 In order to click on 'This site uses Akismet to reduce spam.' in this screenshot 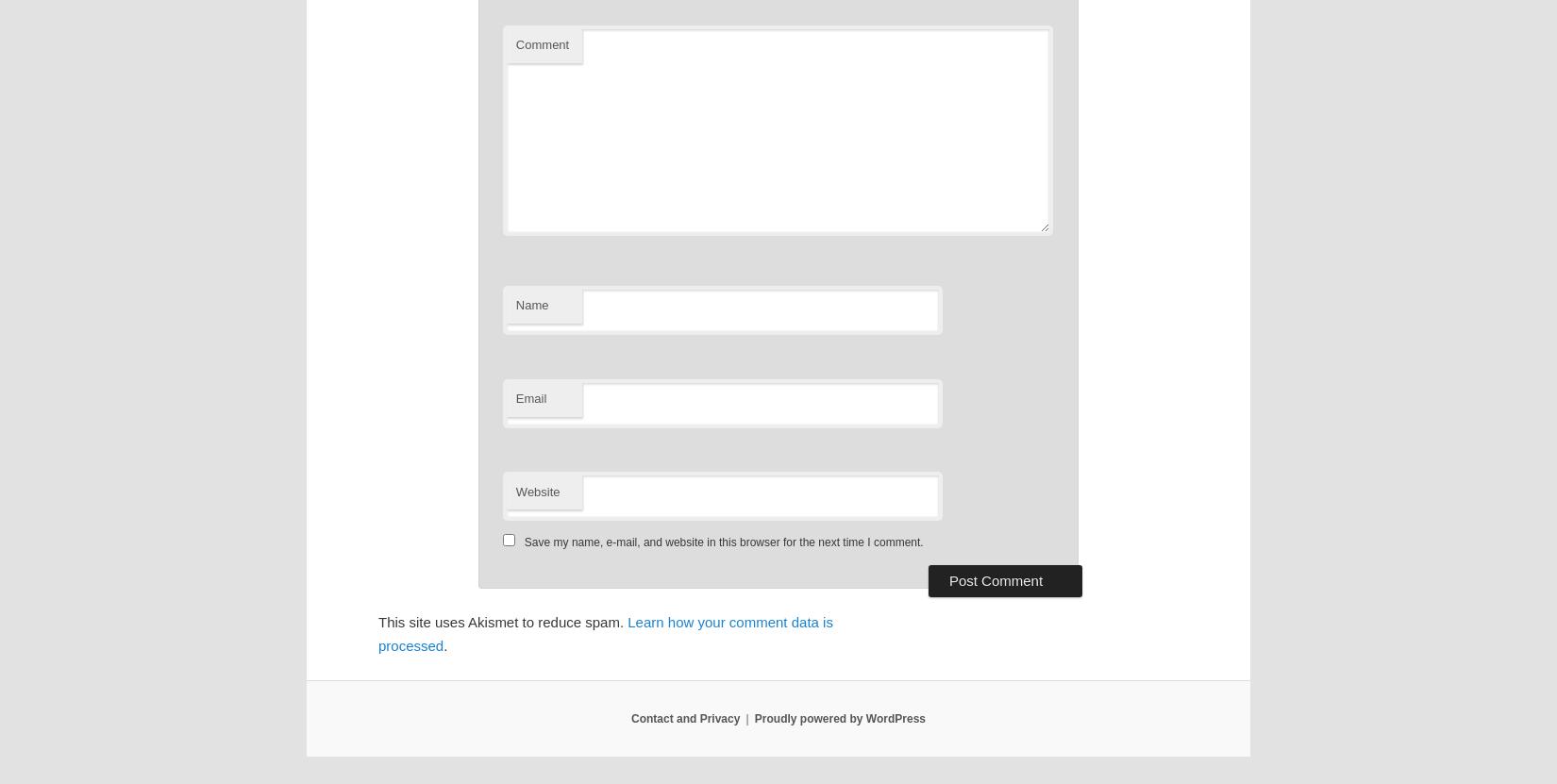, I will do `click(377, 622)`.